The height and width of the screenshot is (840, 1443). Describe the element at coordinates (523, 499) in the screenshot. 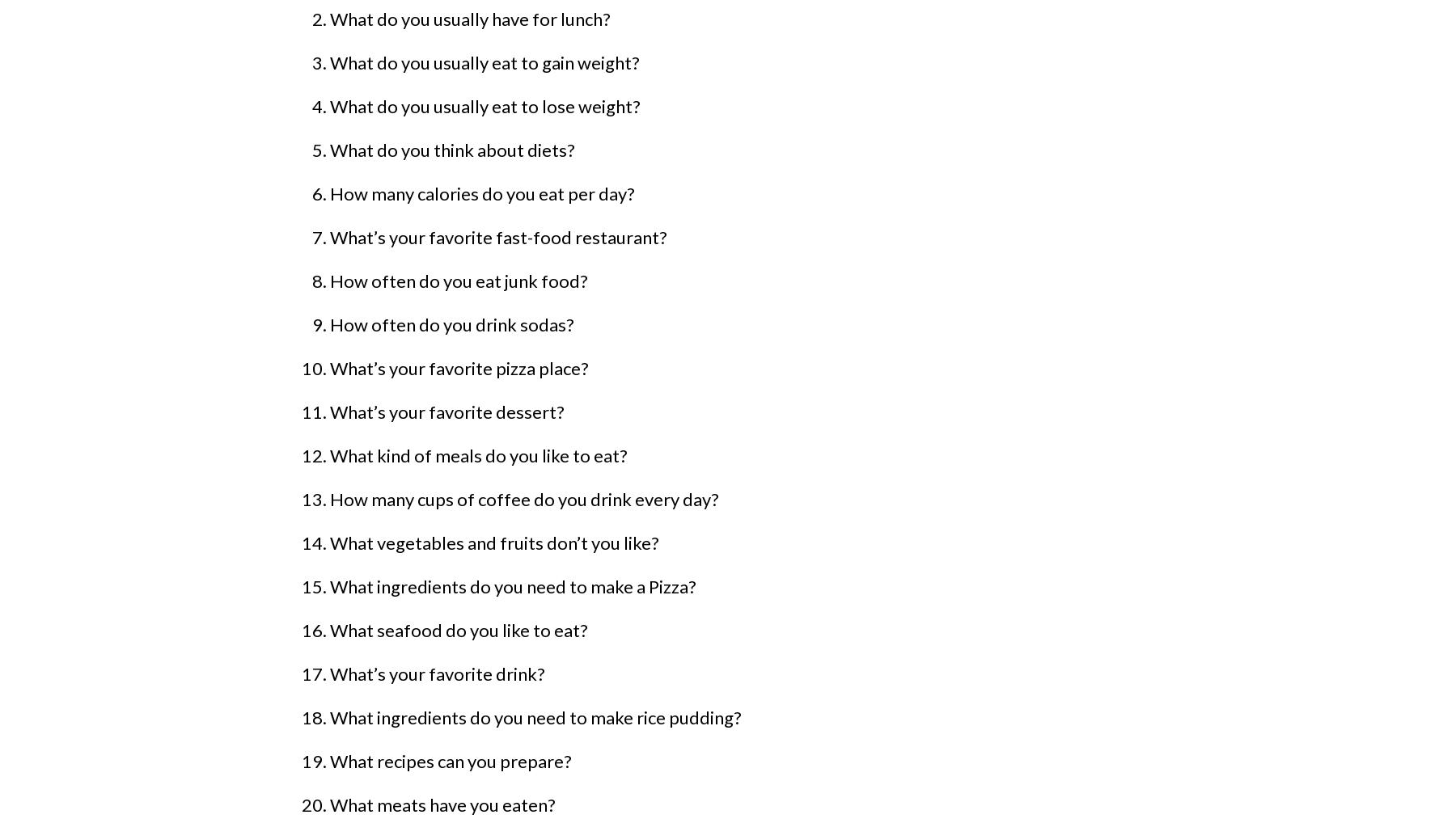

I see `'How many cups of
coffee do you drink every day?'` at that location.